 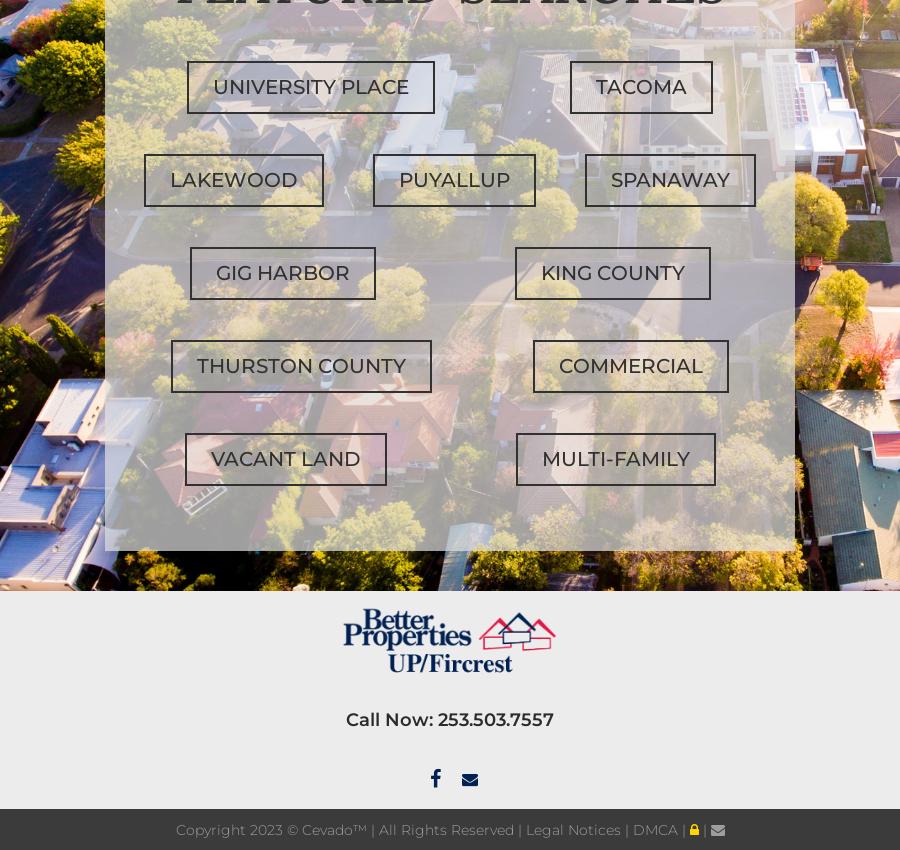 What do you see at coordinates (233, 178) in the screenshot?
I see `'Lakewood'` at bounding box center [233, 178].